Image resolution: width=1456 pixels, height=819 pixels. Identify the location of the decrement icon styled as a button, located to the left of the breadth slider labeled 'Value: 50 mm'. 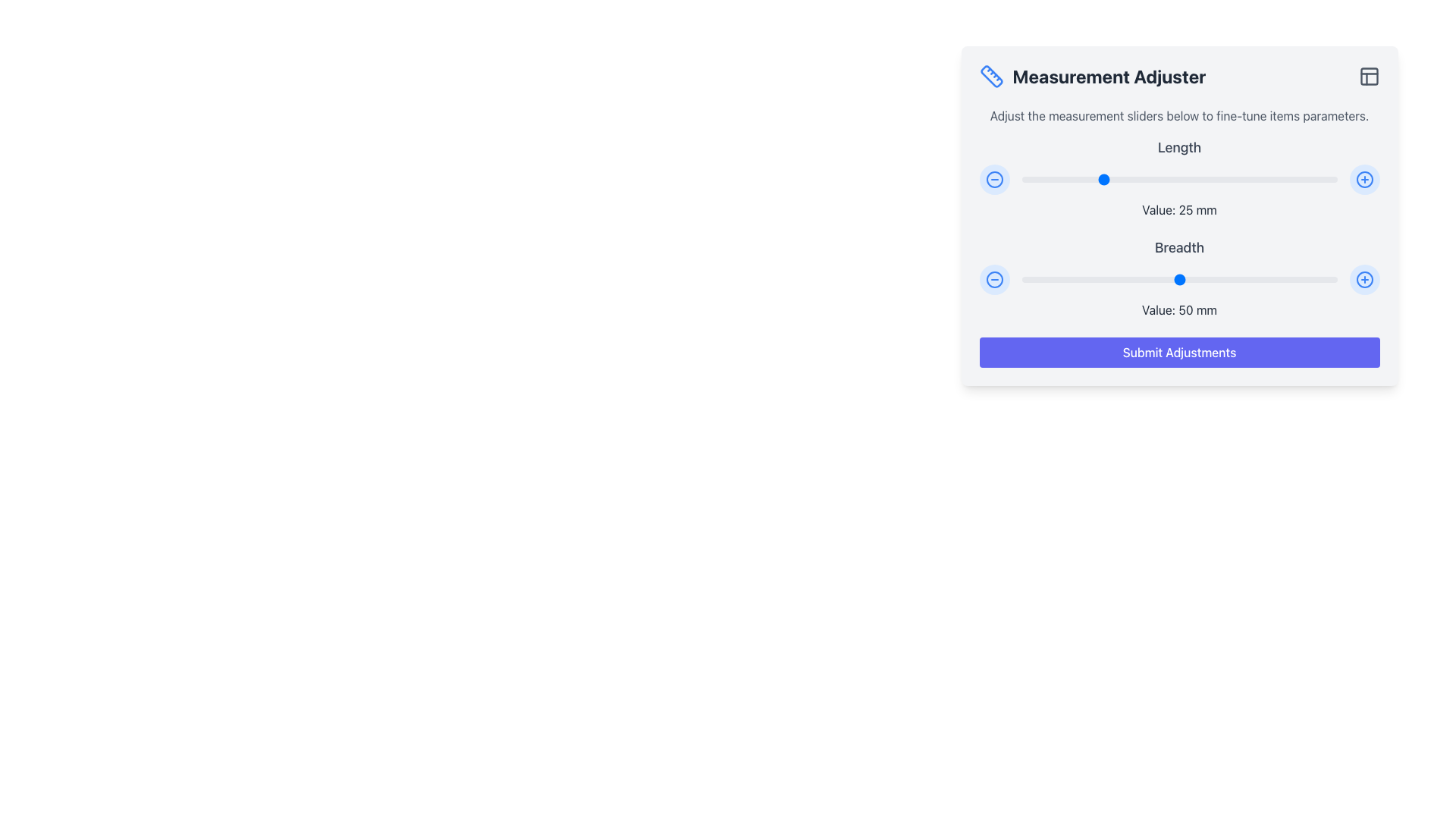
(994, 280).